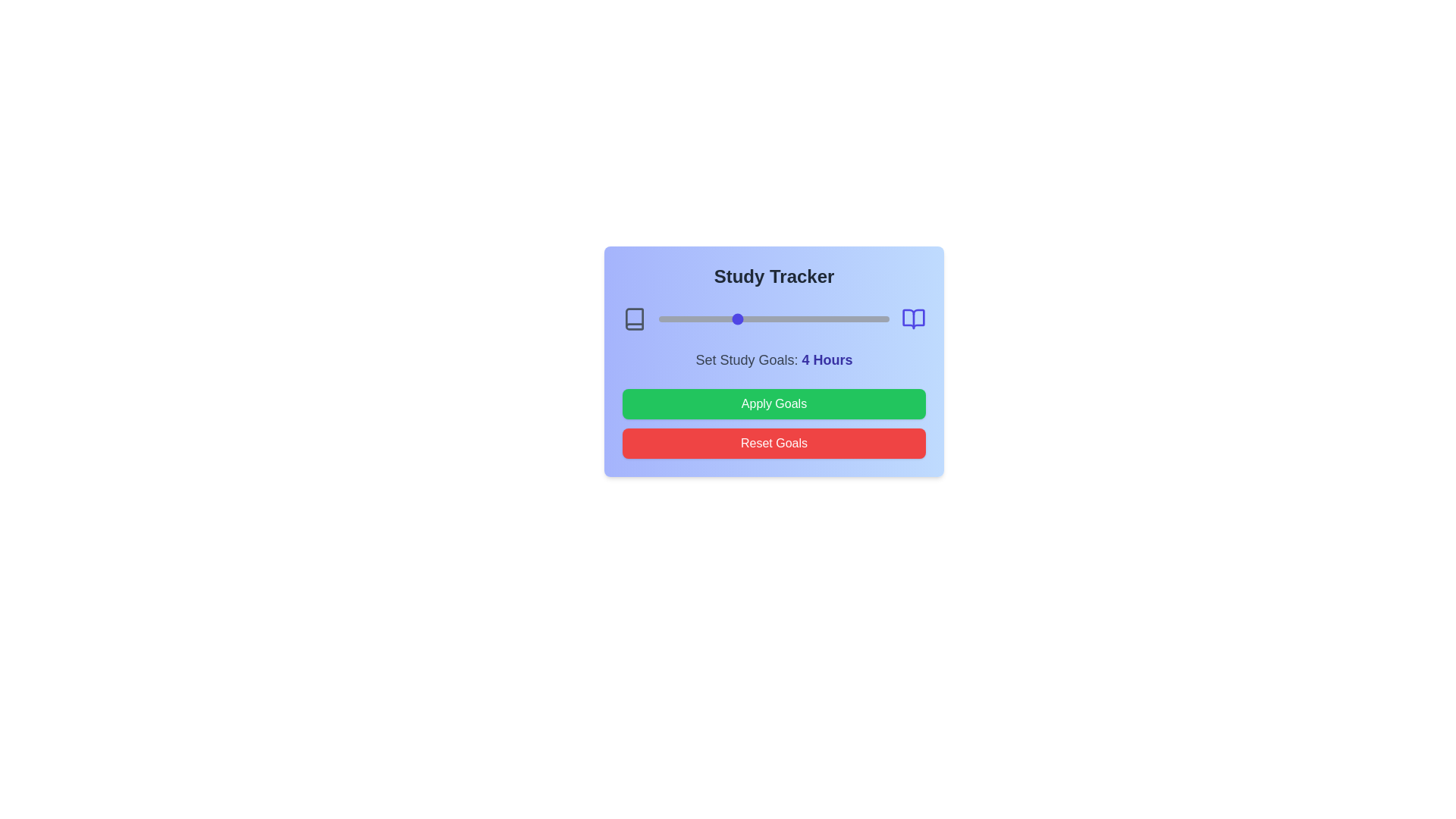  I want to click on the 'Reset Goals' button, so click(774, 444).